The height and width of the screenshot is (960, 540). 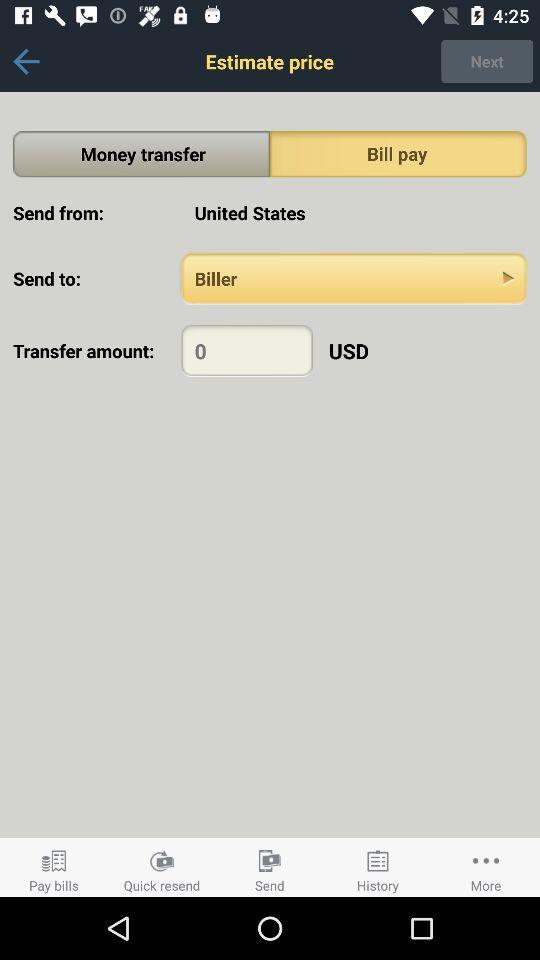 I want to click on amount, so click(x=247, y=350).